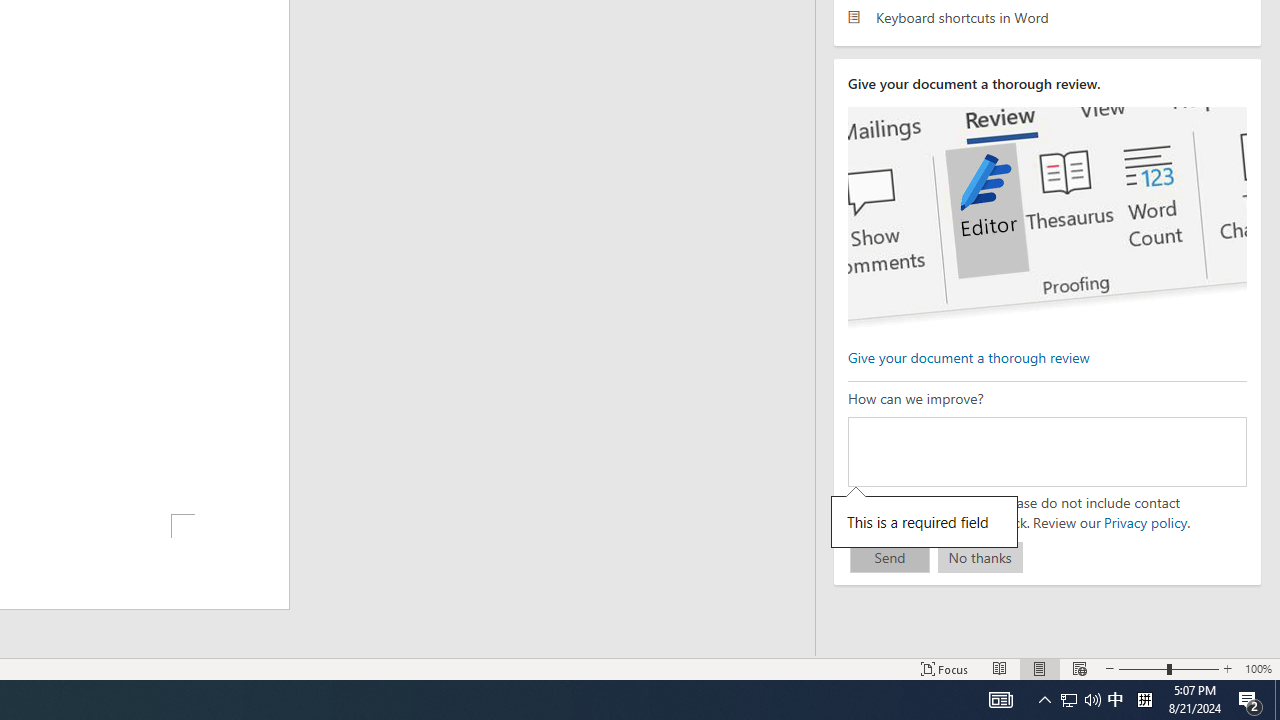 The image size is (1280, 720). I want to click on 'How can we improve?', so click(1046, 451).